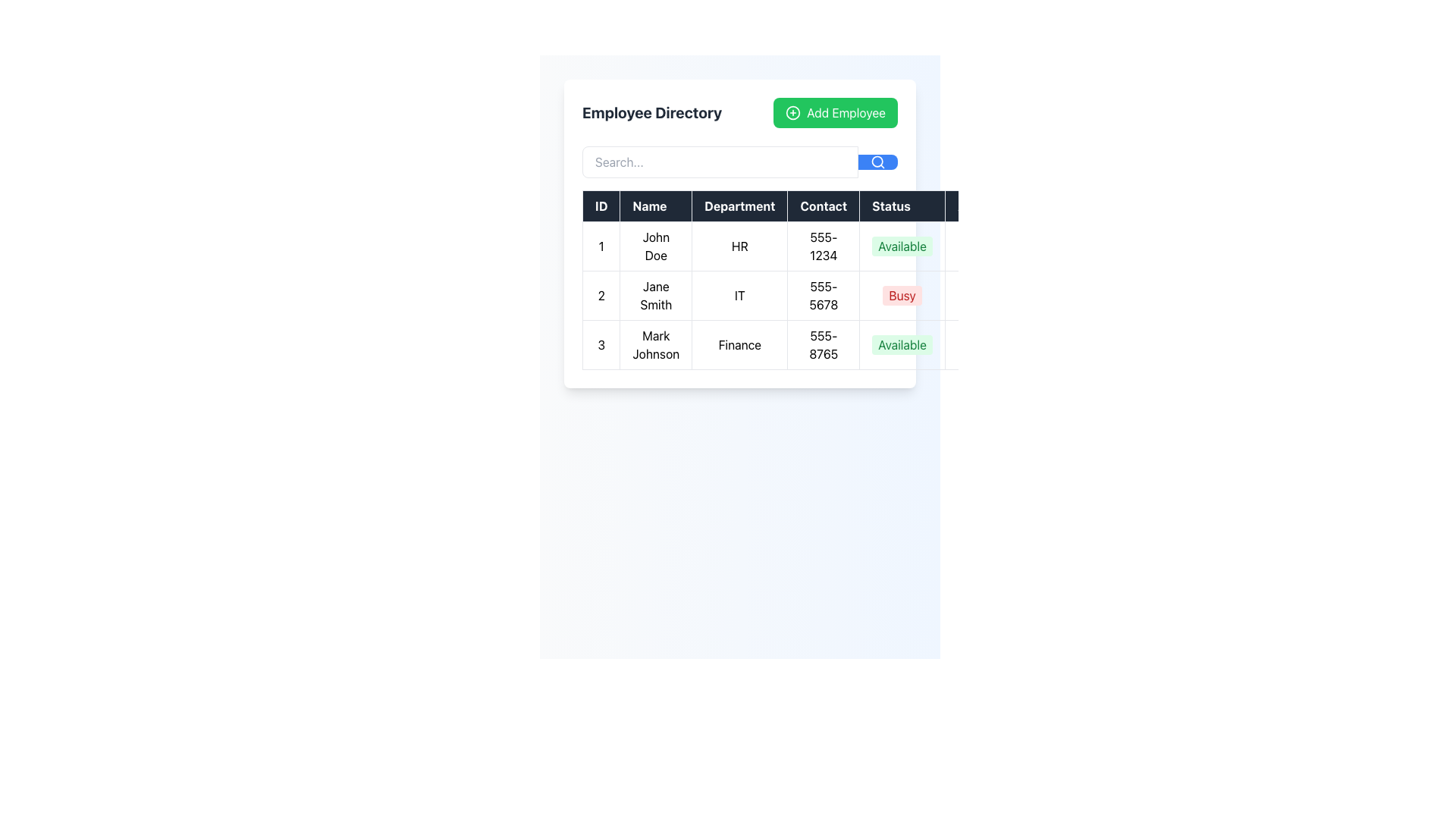 This screenshot has height=819, width=1456. What do you see at coordinates (823, 295) in the screenshot?
I see `the Table Cell displaying the contact number '555-5678' for 'Jane Smith' in the fourth column of the second row` at bounding box center [823, 295].